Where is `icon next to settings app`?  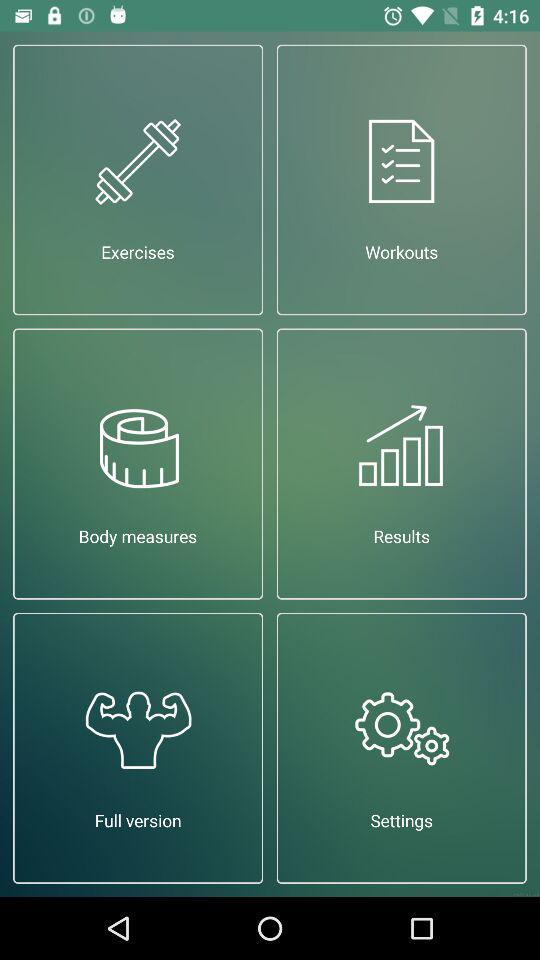
icon next to settings app is located at coordinates (137, 747).